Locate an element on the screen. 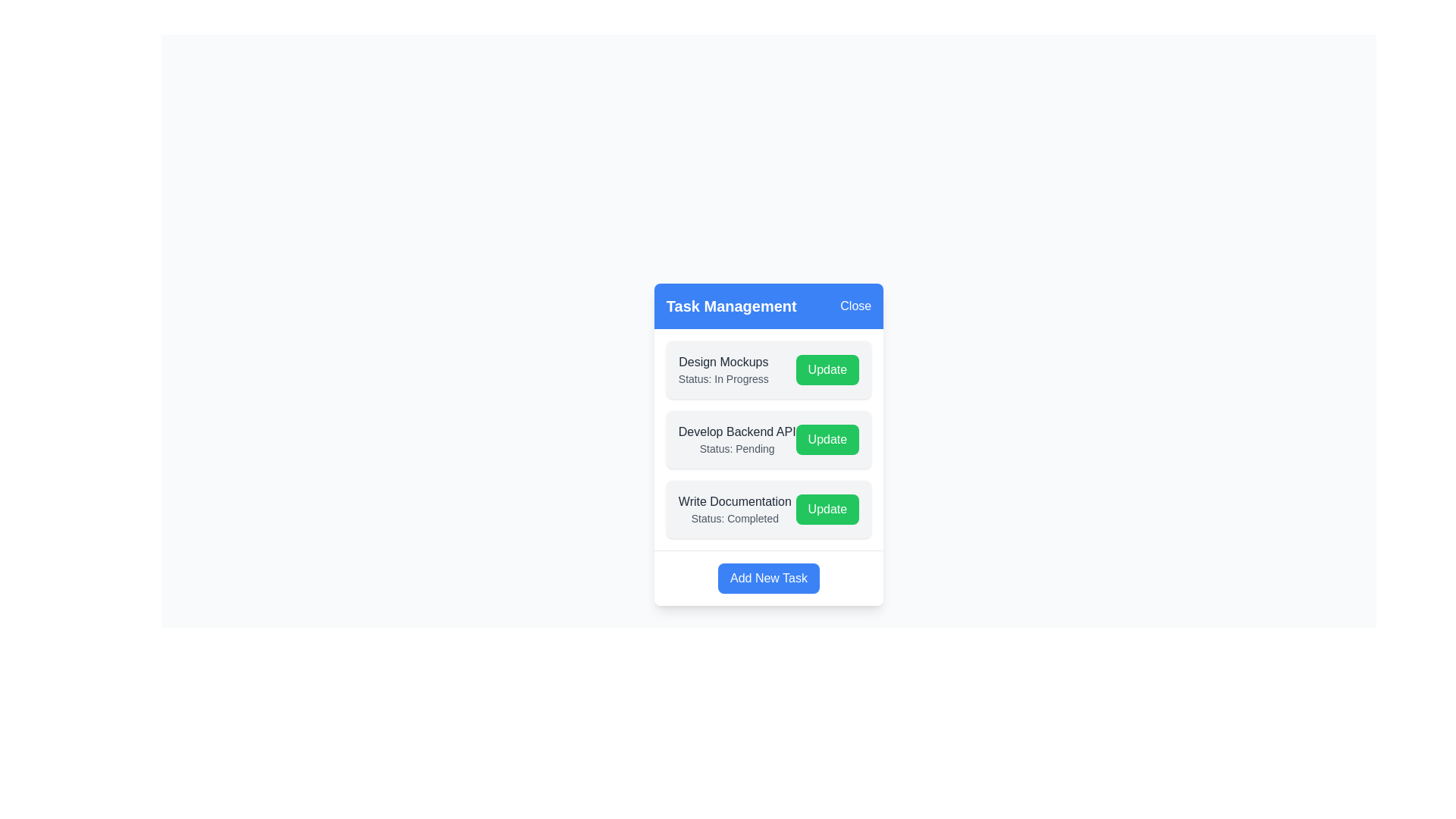 This screenshot has width=1456, height=819. the task name 'Design Mockups' to select its text is located at coordinates (723, 362).